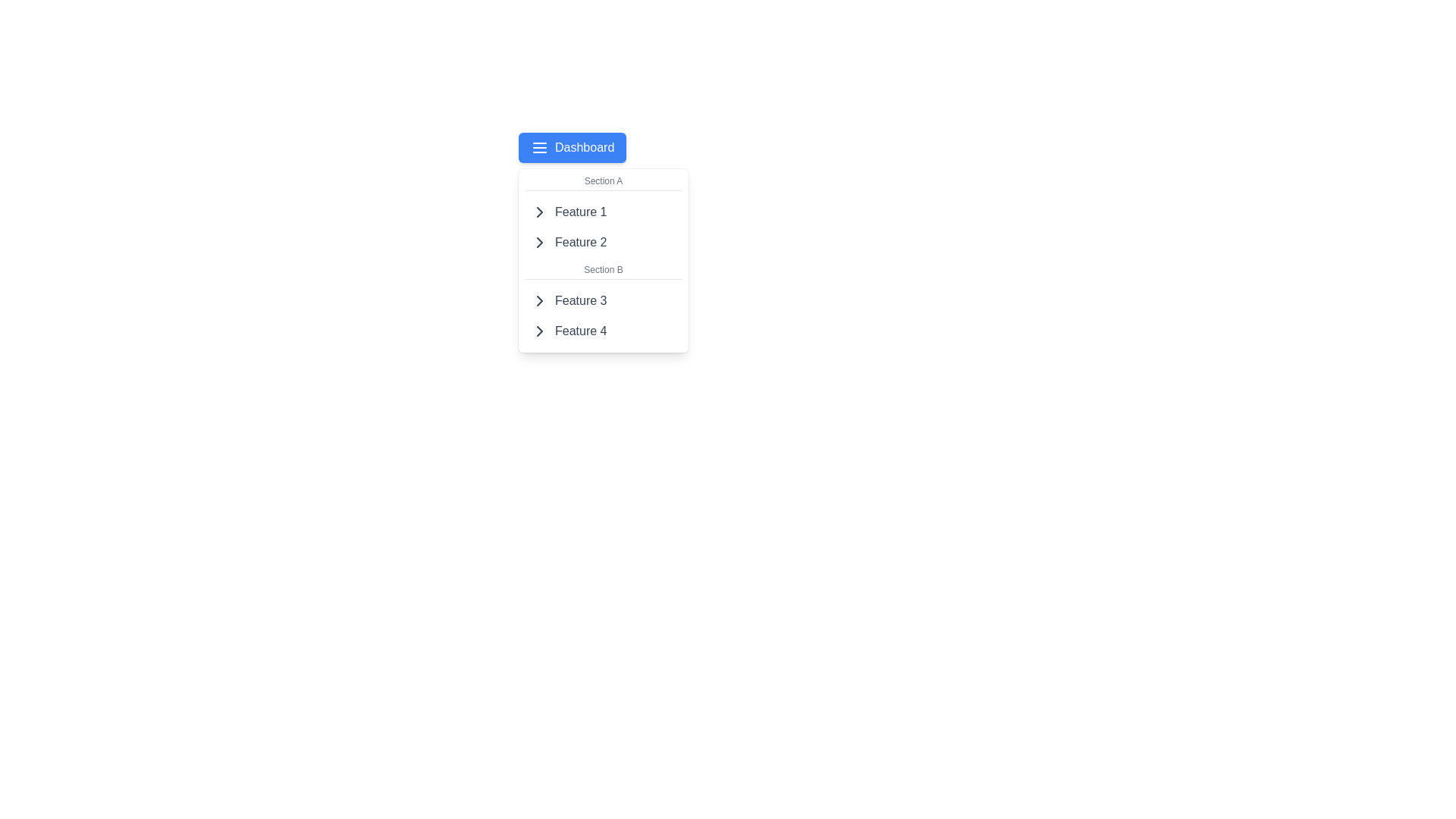  I want to click on the button labeled 'Feature 3' located in the vertical list under 'Section B', so click(603, 301).